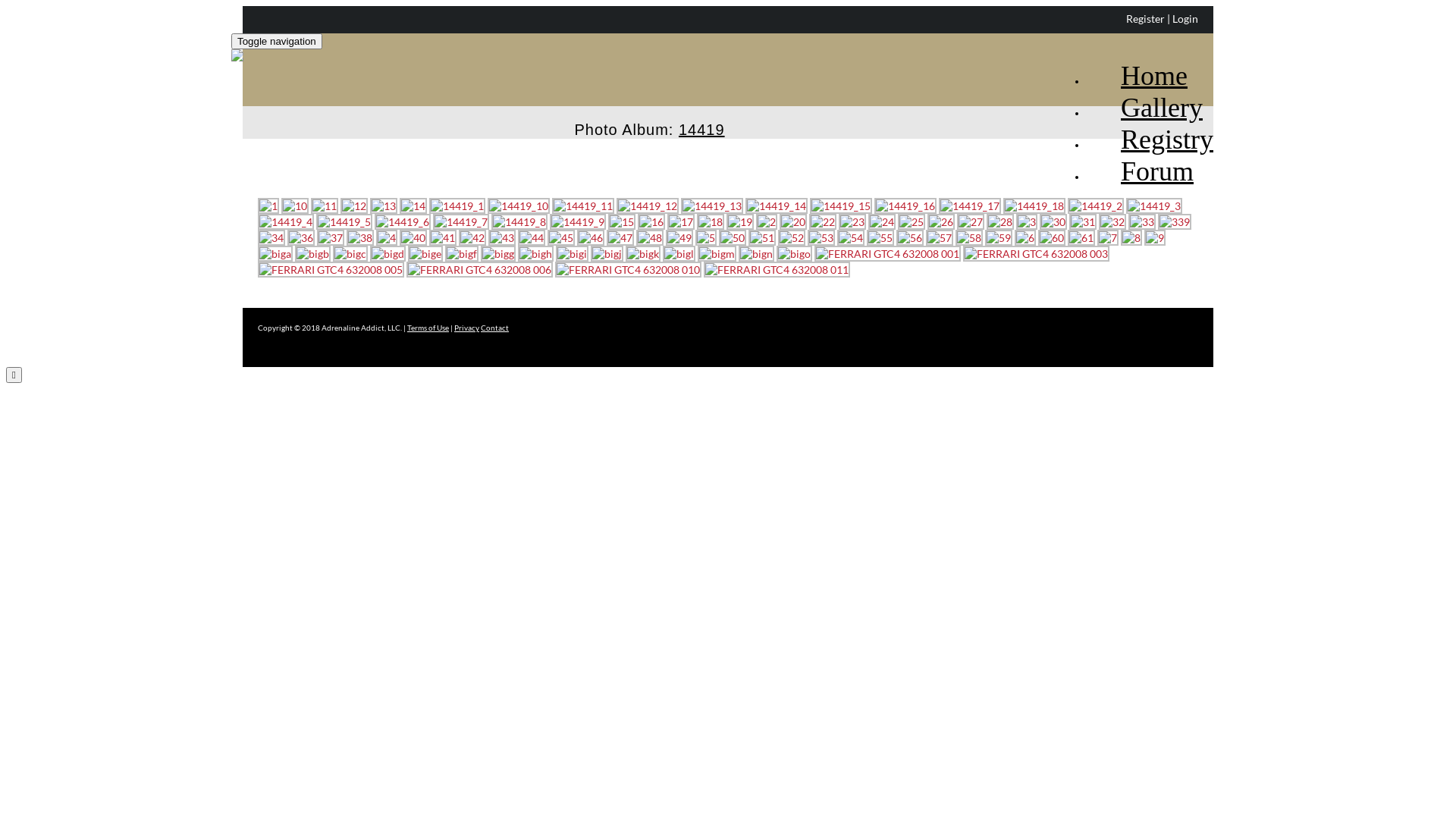  I want to click on 'biga (click to enlarge)', so click(275, 253).